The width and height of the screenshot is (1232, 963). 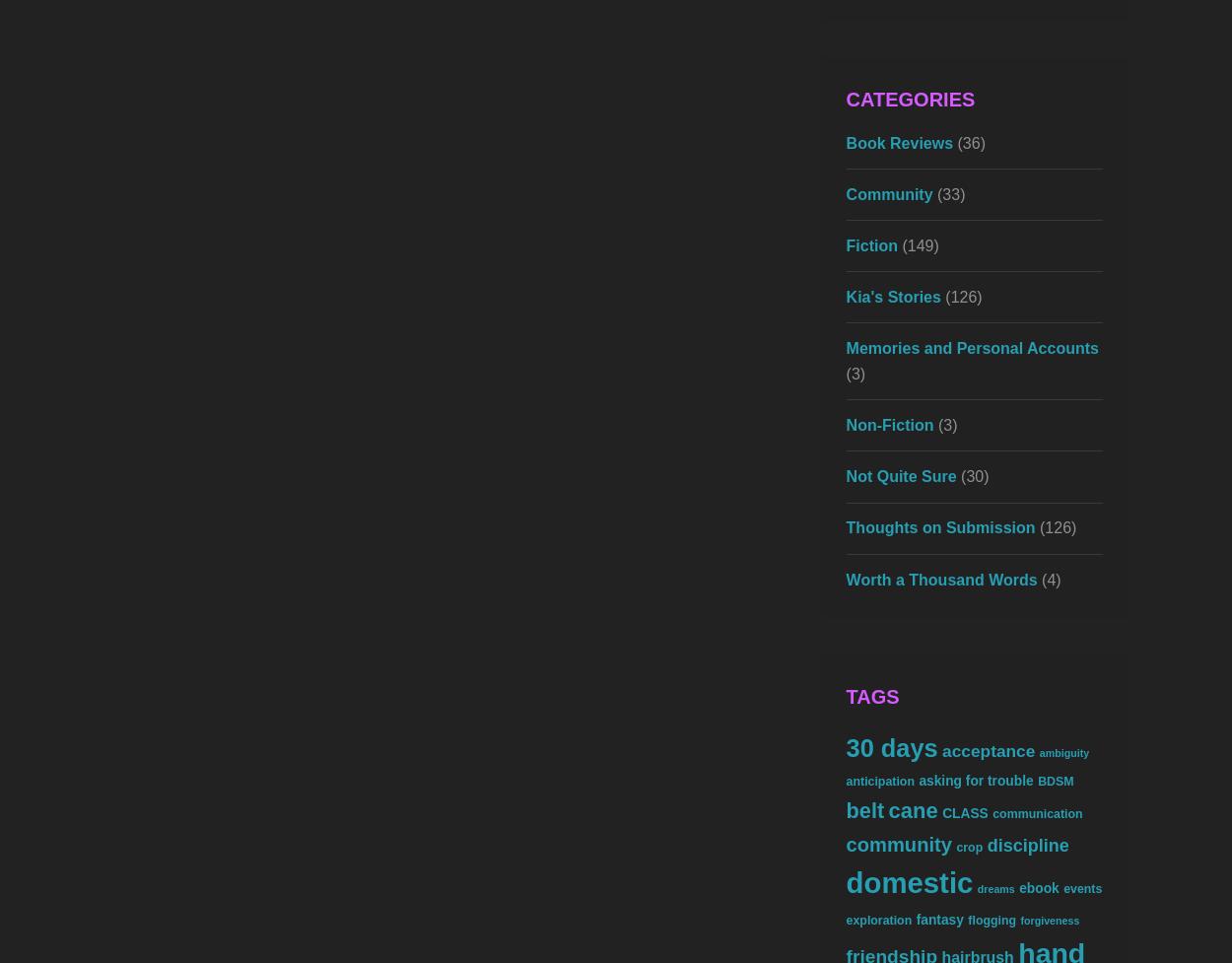 What do you see at coordinates (1049, 919) in the screenshot?
I see `'forgiveness'` at bounding box center [1049, 919].